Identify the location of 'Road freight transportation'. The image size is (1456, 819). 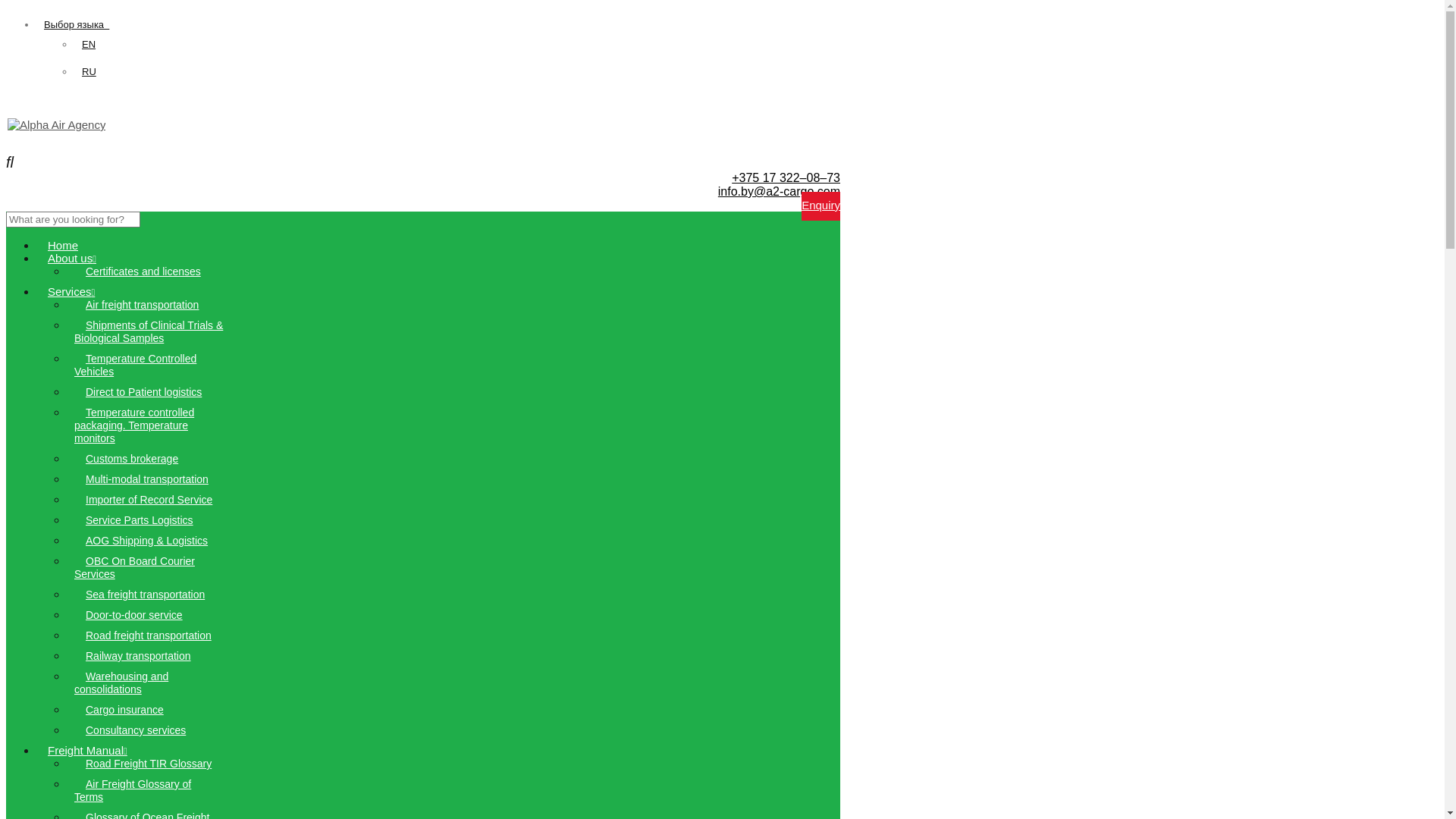
(149, 635).